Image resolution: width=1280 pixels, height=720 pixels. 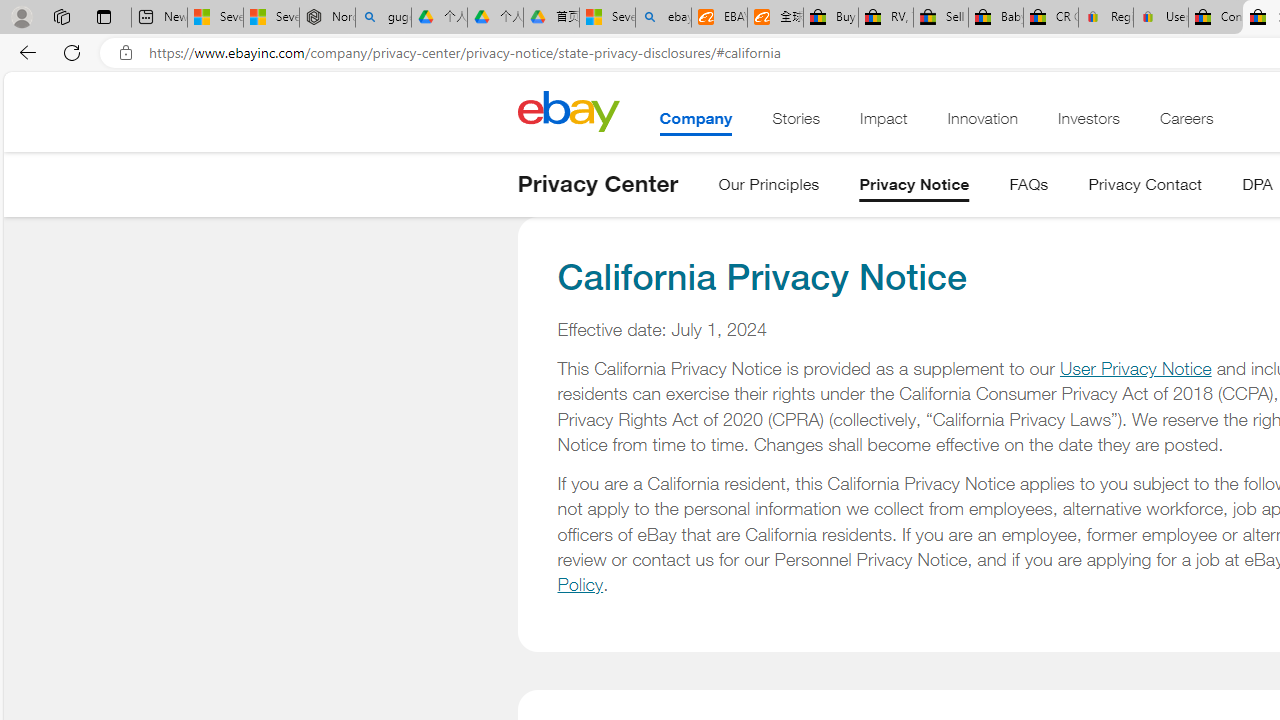 What do you see at coordinates (1029, 188) in the screenshot?
I see `'FAQs'` at bounding box center [1029, 188].